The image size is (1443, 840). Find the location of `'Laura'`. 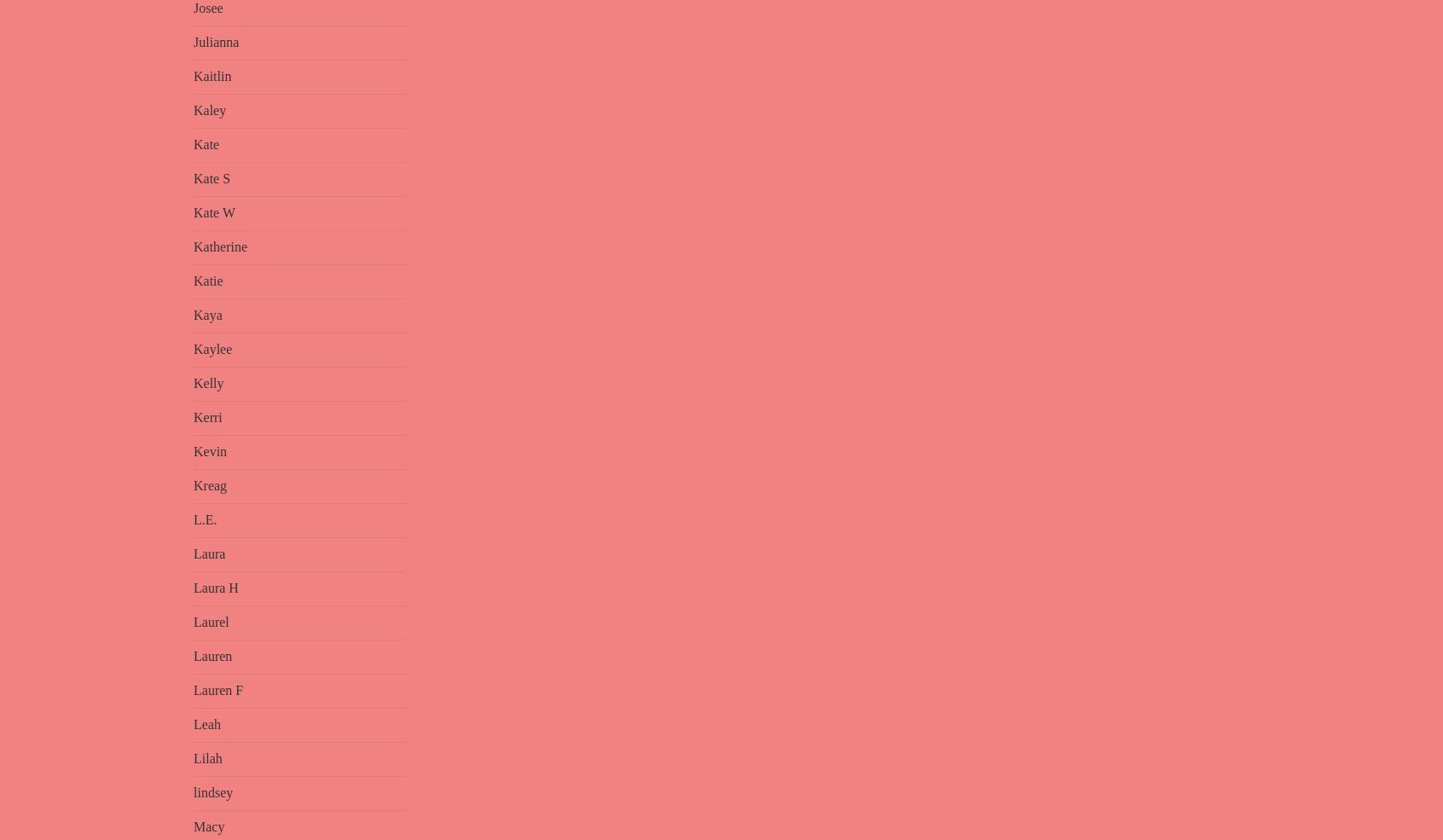

'Laura' is located at coordinates (209, 553).